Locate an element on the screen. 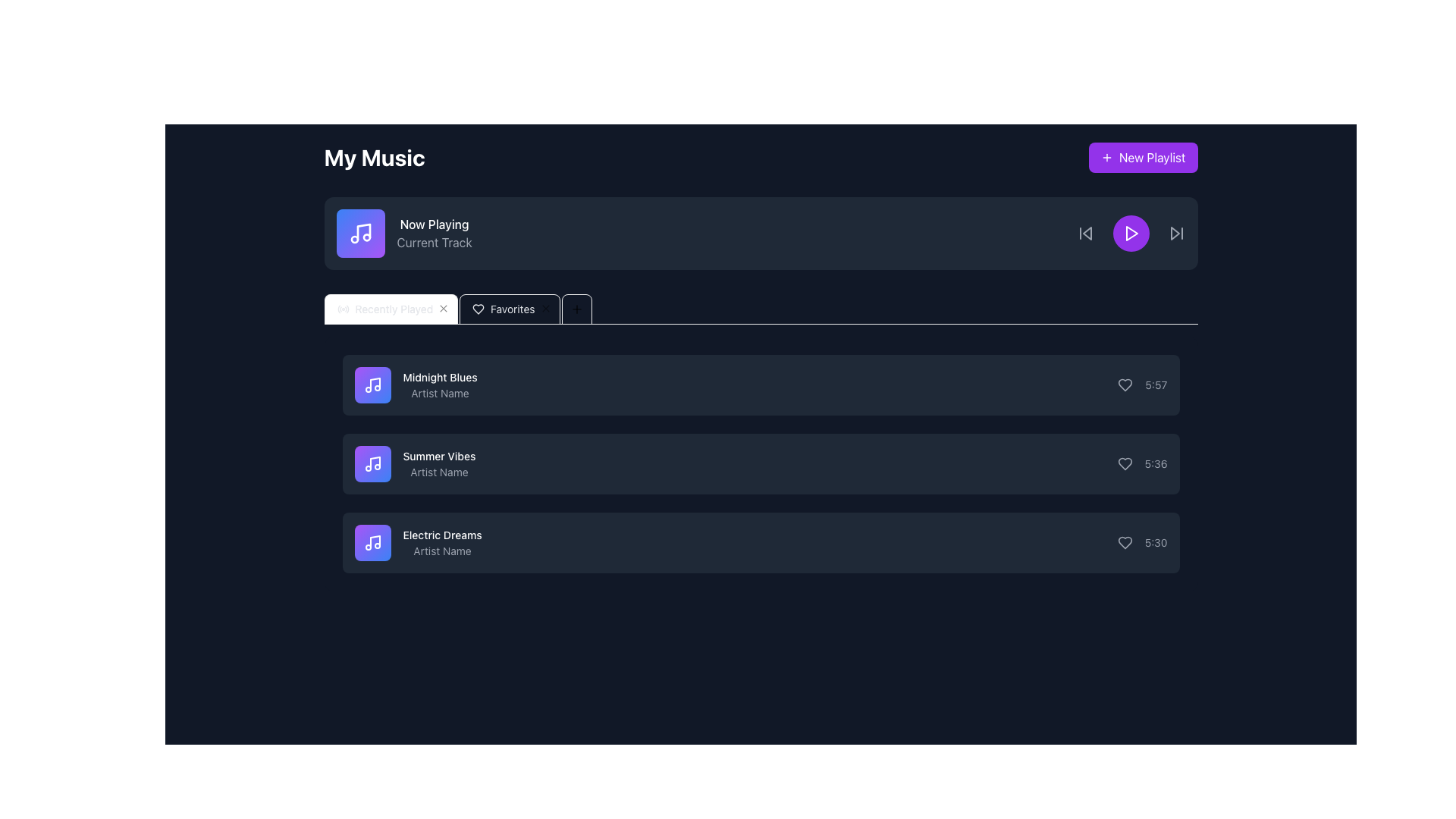  the composite music track element representing the song 'Electric Dreams' by 'Artist Name', located in the bottom section of the playlist, specifically the third item is located at coordinates (418, 542).